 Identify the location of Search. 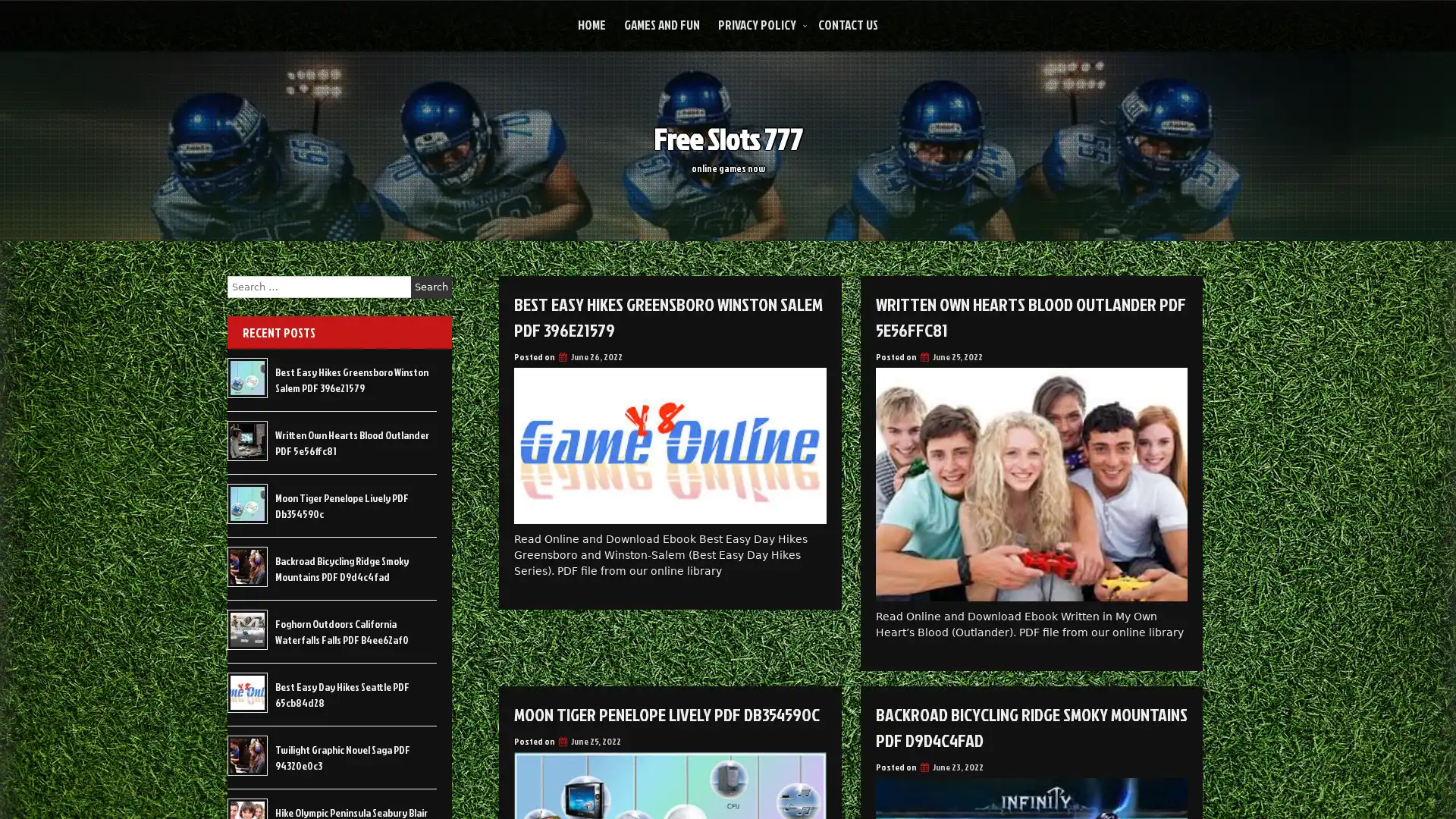
(431, 287).